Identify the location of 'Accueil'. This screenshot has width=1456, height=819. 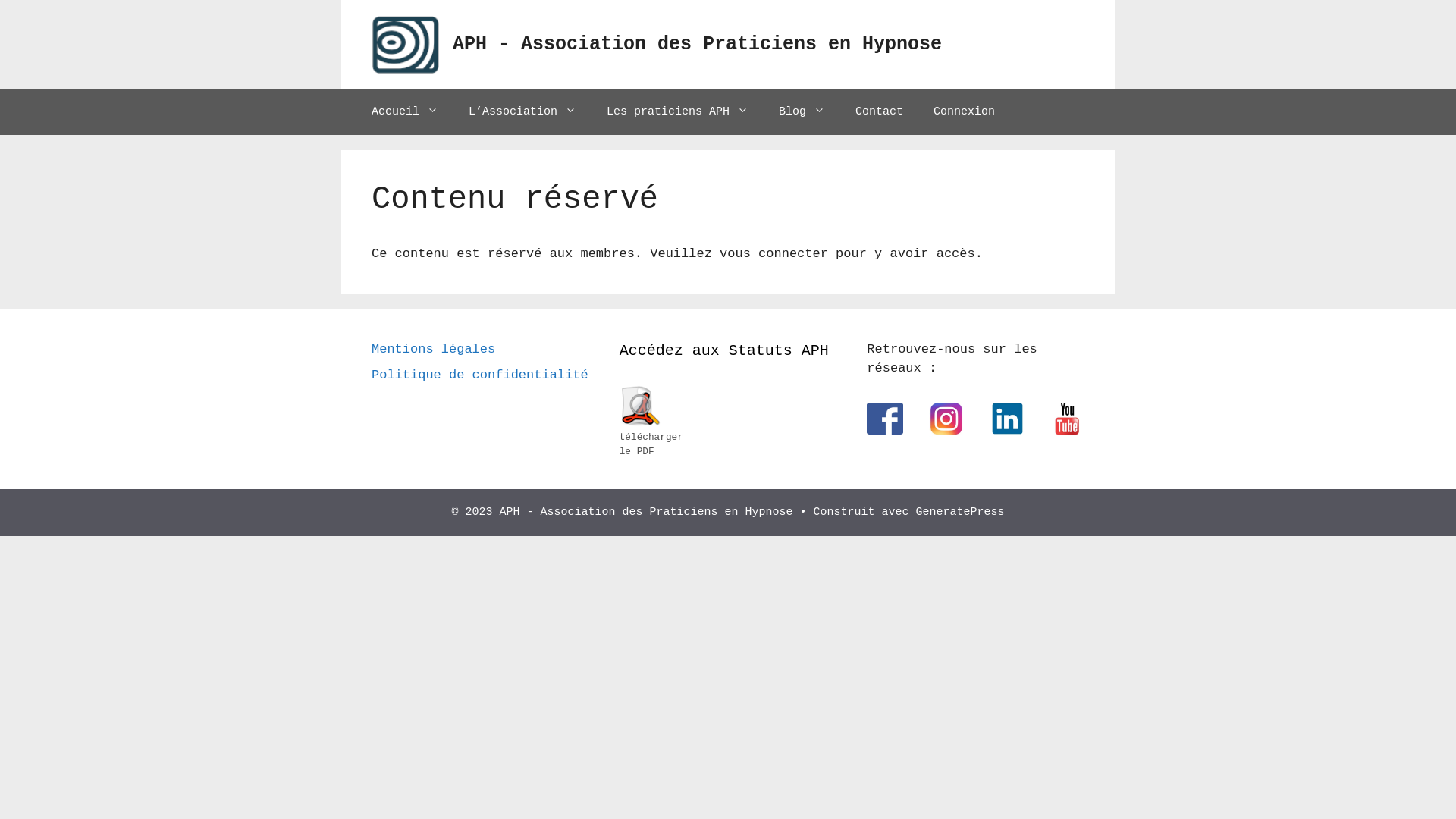
(404, 111).